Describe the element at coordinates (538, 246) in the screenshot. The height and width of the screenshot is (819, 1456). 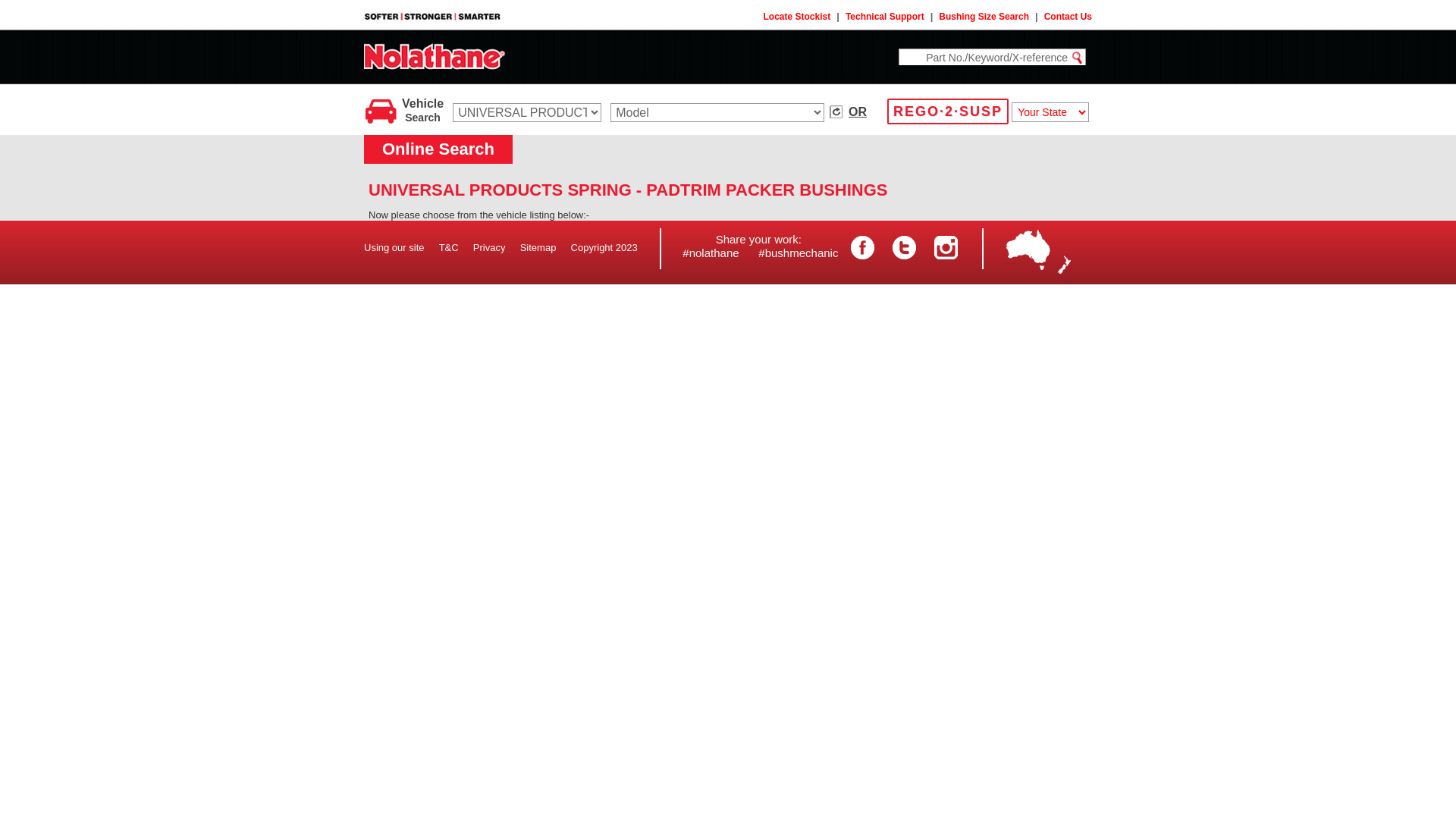
I see `'Sitemap'` at that location.